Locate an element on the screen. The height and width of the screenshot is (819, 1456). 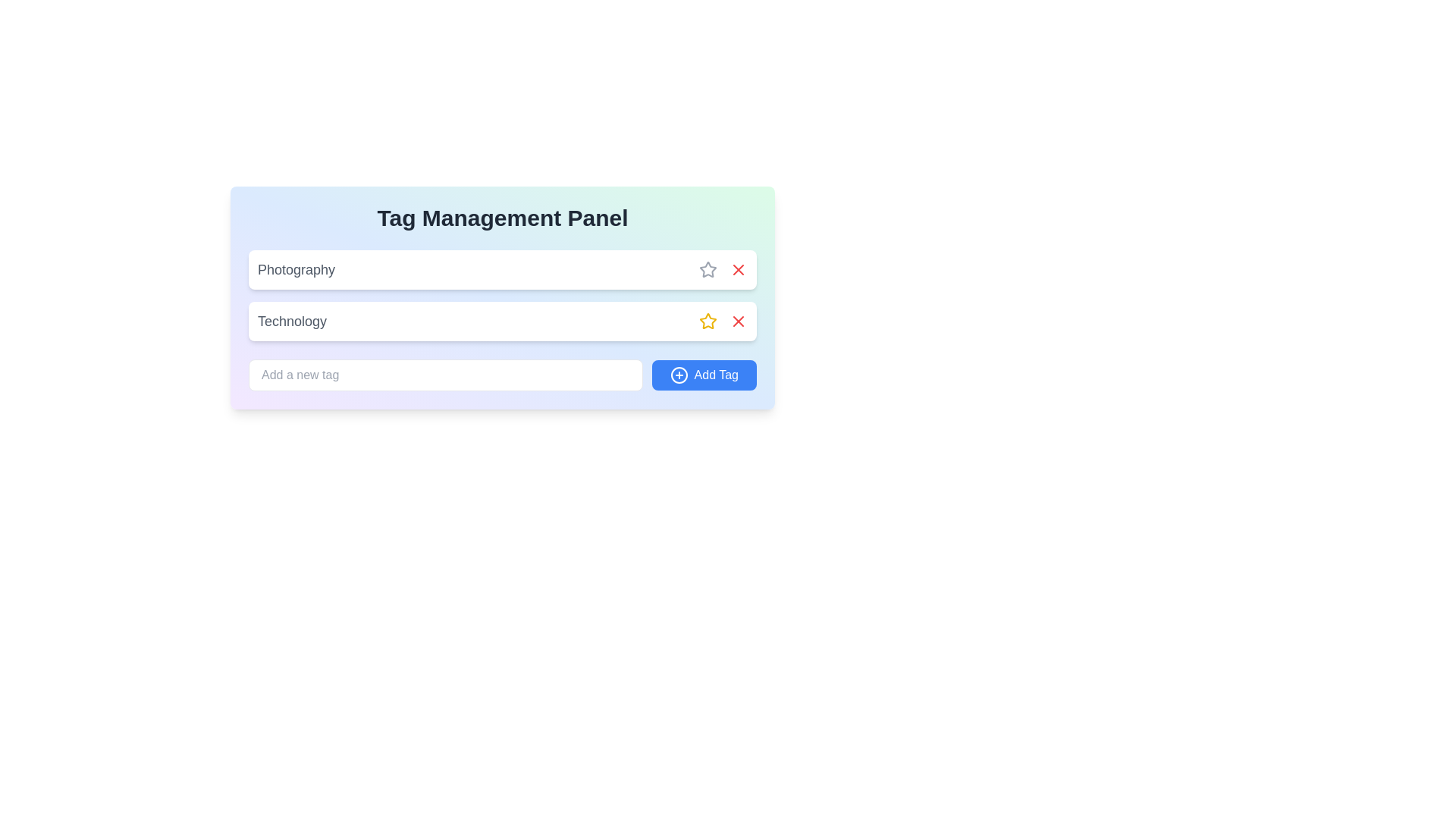
text label displaying the word 'Technology' which is styled in a large, medium weight, gray font and located in the second row of entries within a panel is located at coordinates (292, 321).